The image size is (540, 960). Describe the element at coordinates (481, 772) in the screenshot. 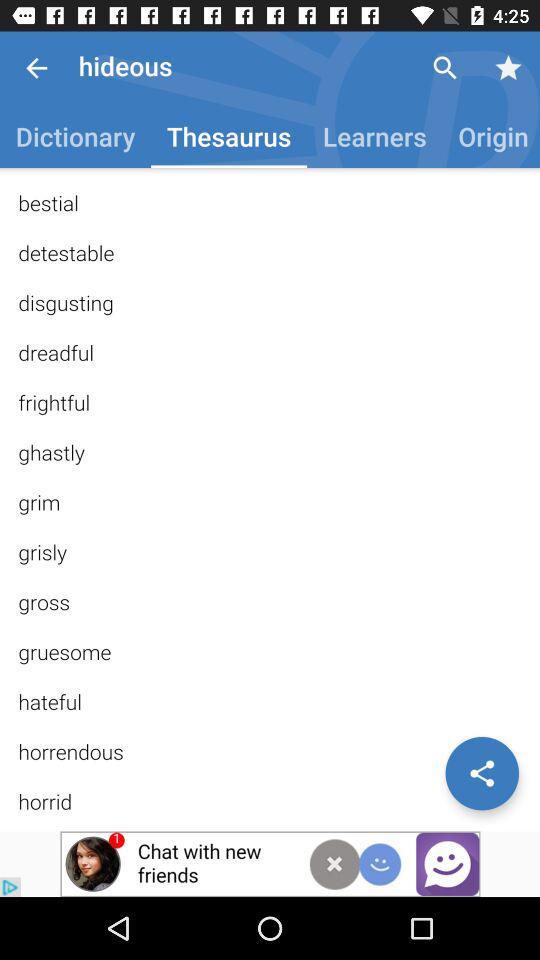

I see `the share icon` at that location.